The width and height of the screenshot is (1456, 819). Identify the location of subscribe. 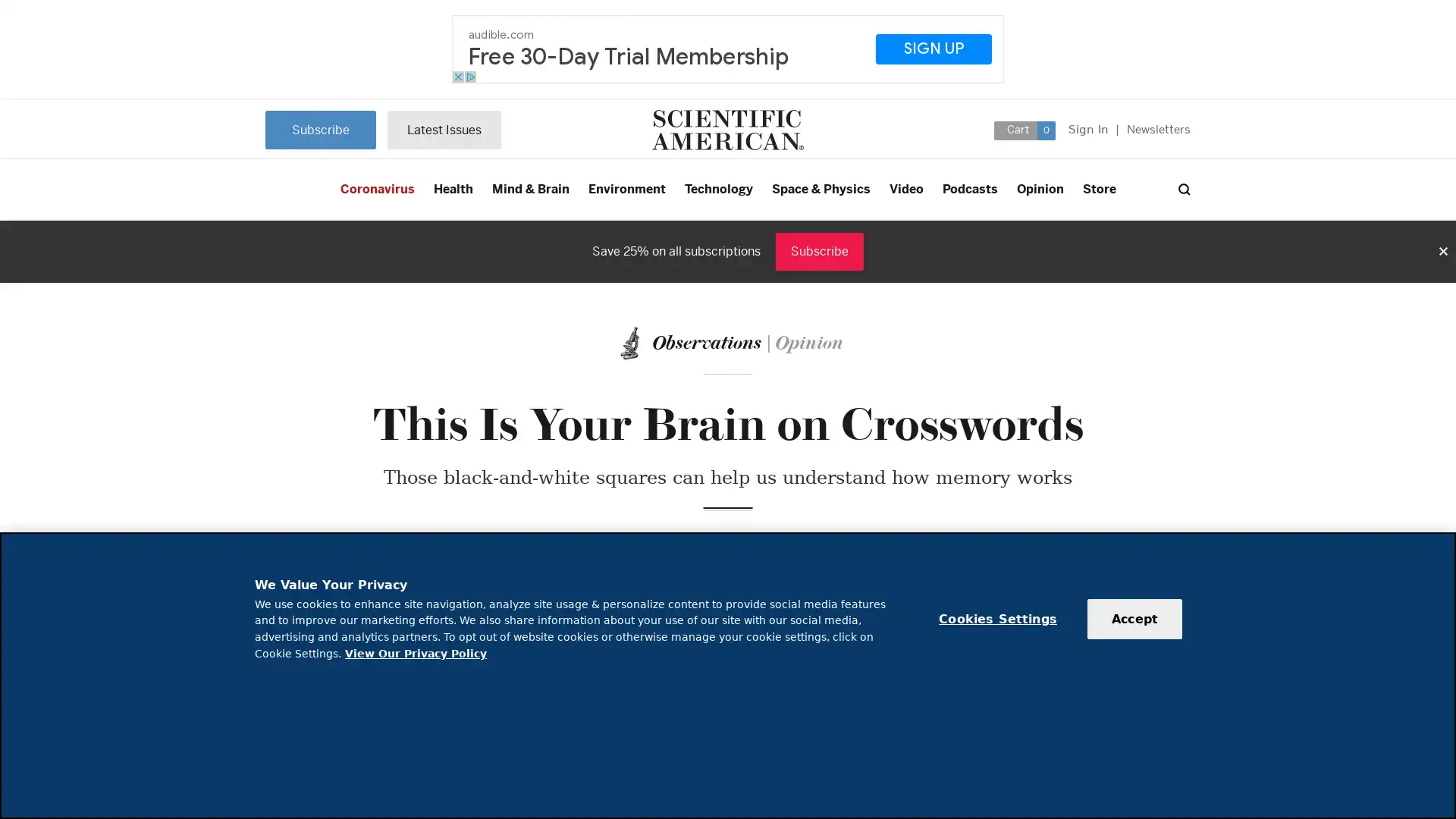
(319, 128).